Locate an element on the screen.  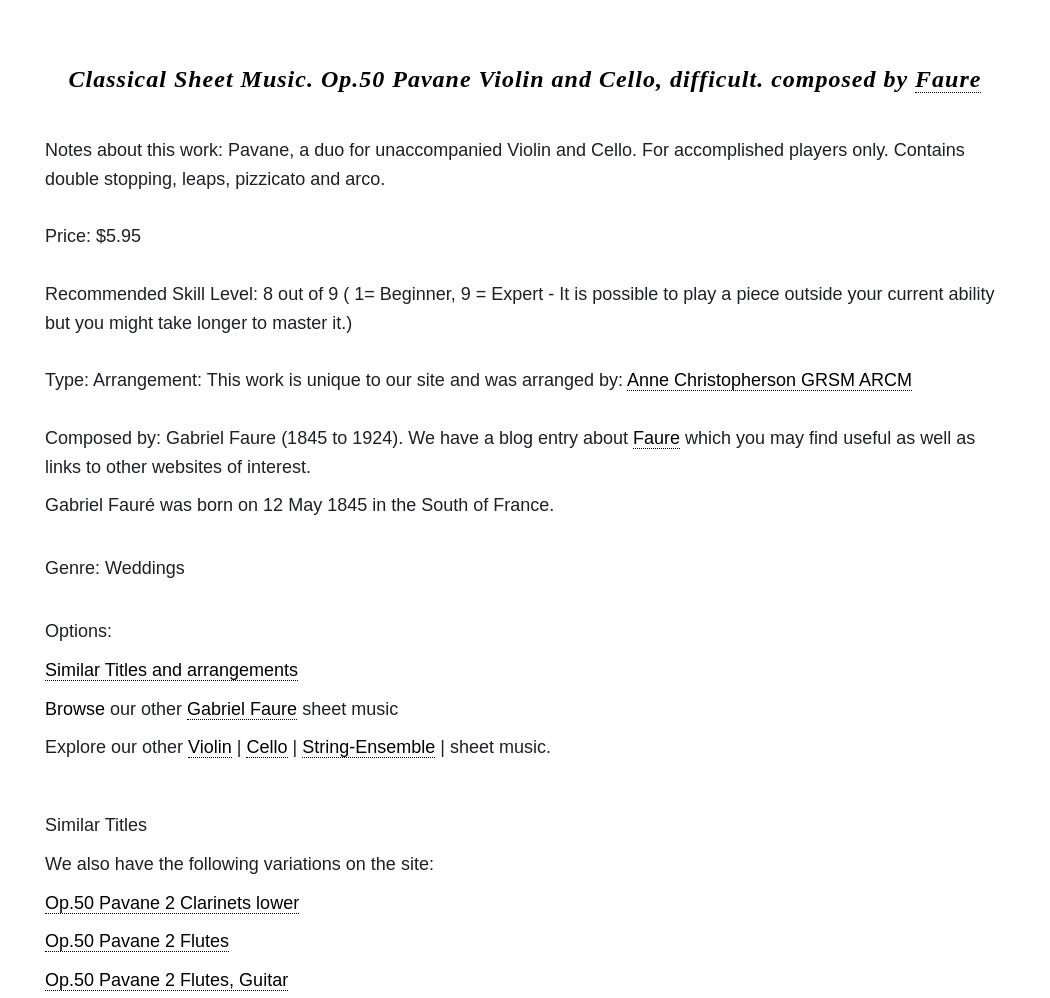
'String-Ensemble' is located at coordinates (301, 747).